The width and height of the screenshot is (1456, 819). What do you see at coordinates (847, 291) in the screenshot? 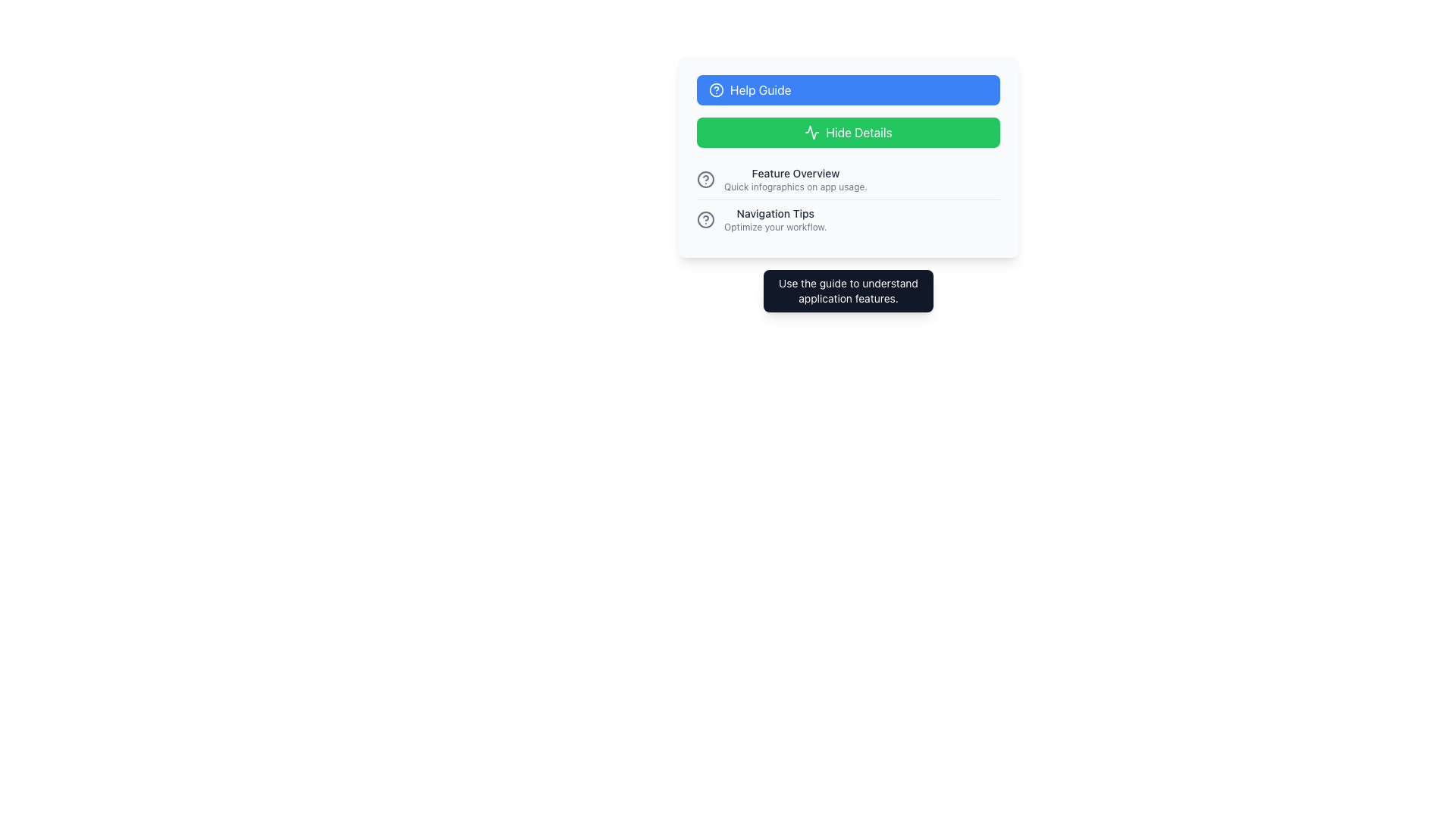
I see `instructional text from the Tooltip element, which has a black background and white text, stating 'Use the guide to understand application features.'` at bounding box center [847, 291].